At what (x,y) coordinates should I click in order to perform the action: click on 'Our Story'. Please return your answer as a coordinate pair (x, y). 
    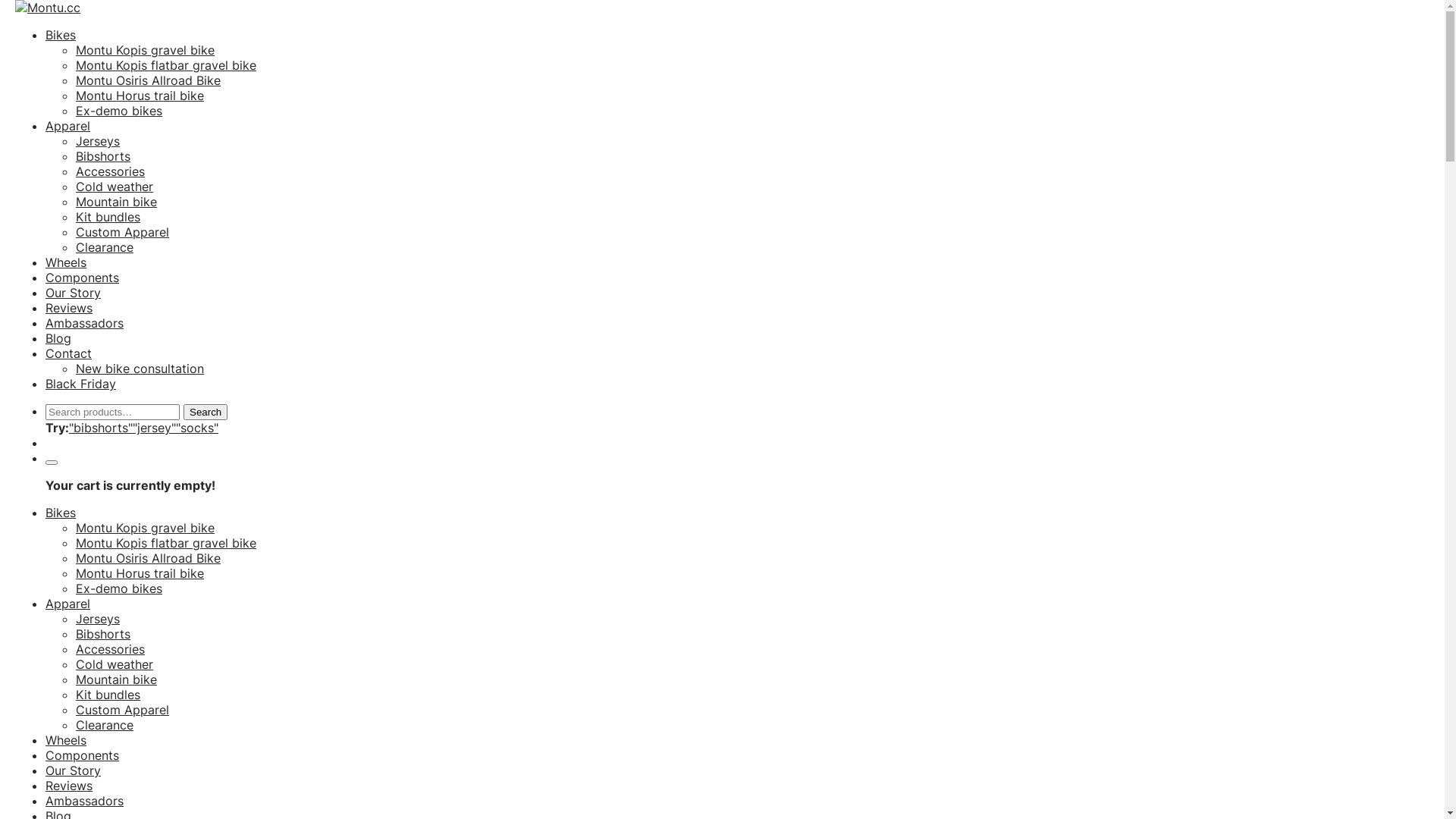
    Looking at the image, I should click on (72, 770).